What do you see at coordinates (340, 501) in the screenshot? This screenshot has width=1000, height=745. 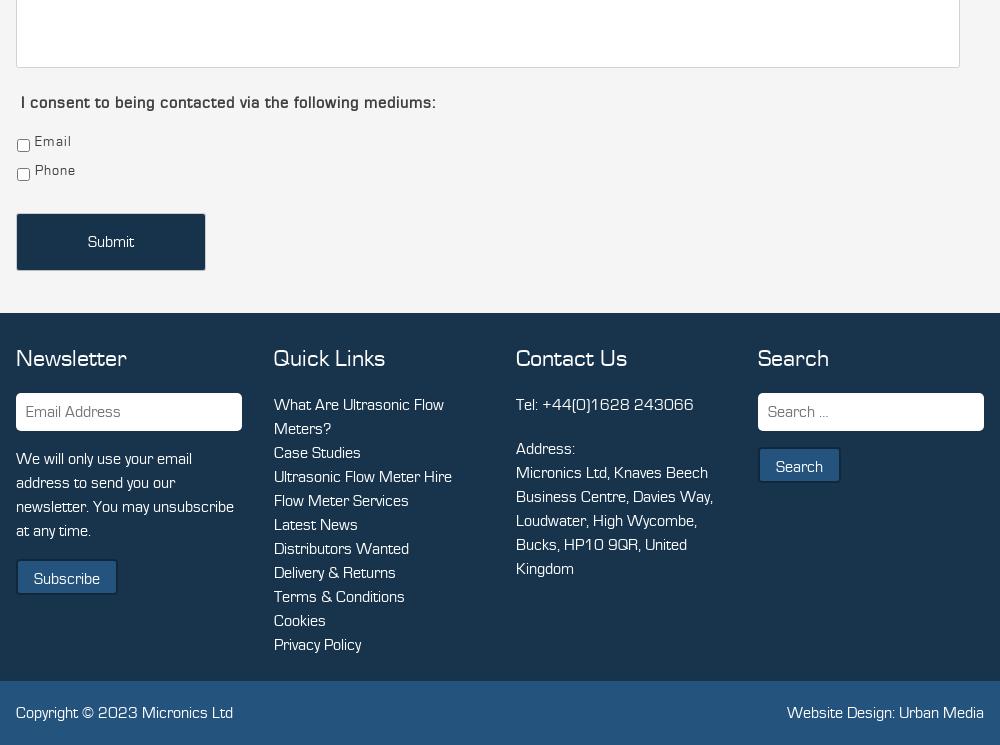 I see `'Flow Meter Services'` at bounding box center [340, 501].